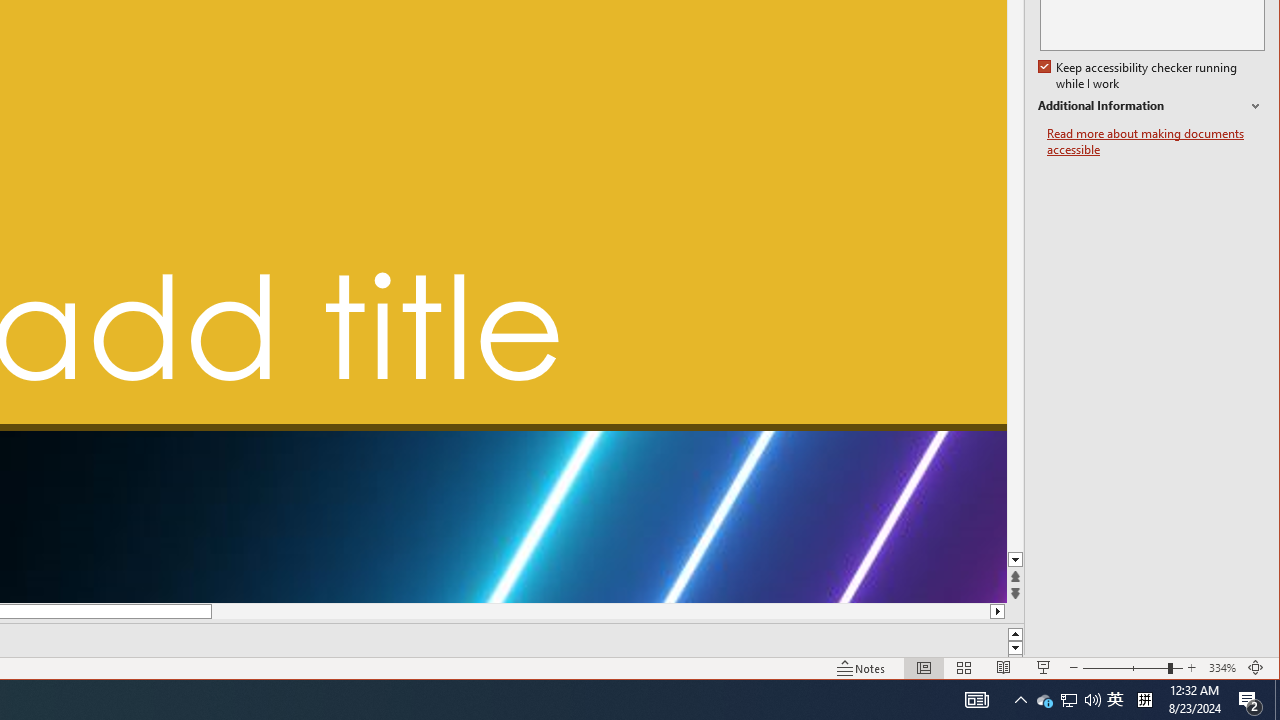  I want to click on 'Zoom 334%', so click(1221, 668).